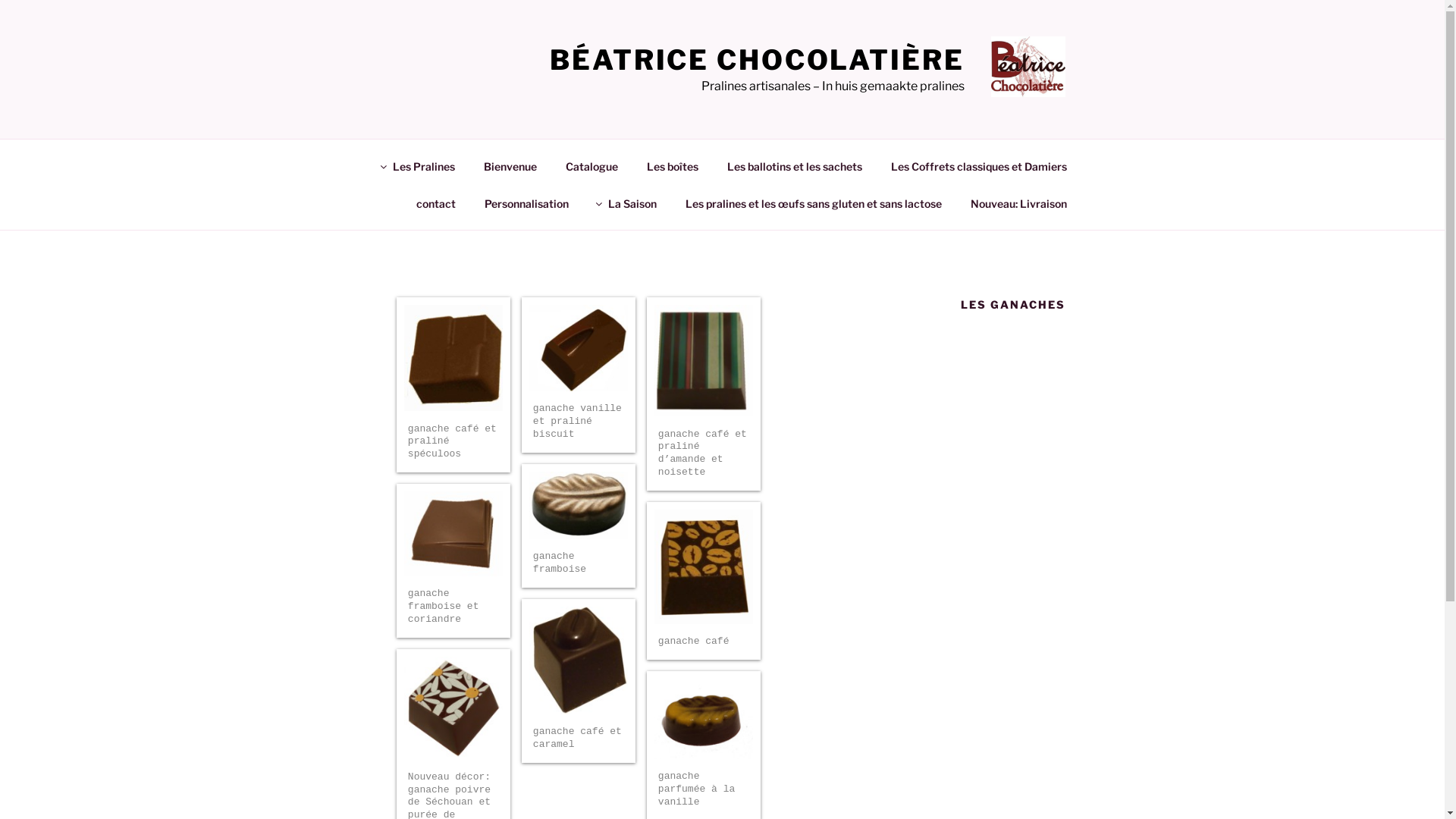 This screenshot has width=1456, height=819. What do you see at coordinates (471, 202) in the screenshot?
I see `'Personnalisation'` at bounding box center [471, 202].